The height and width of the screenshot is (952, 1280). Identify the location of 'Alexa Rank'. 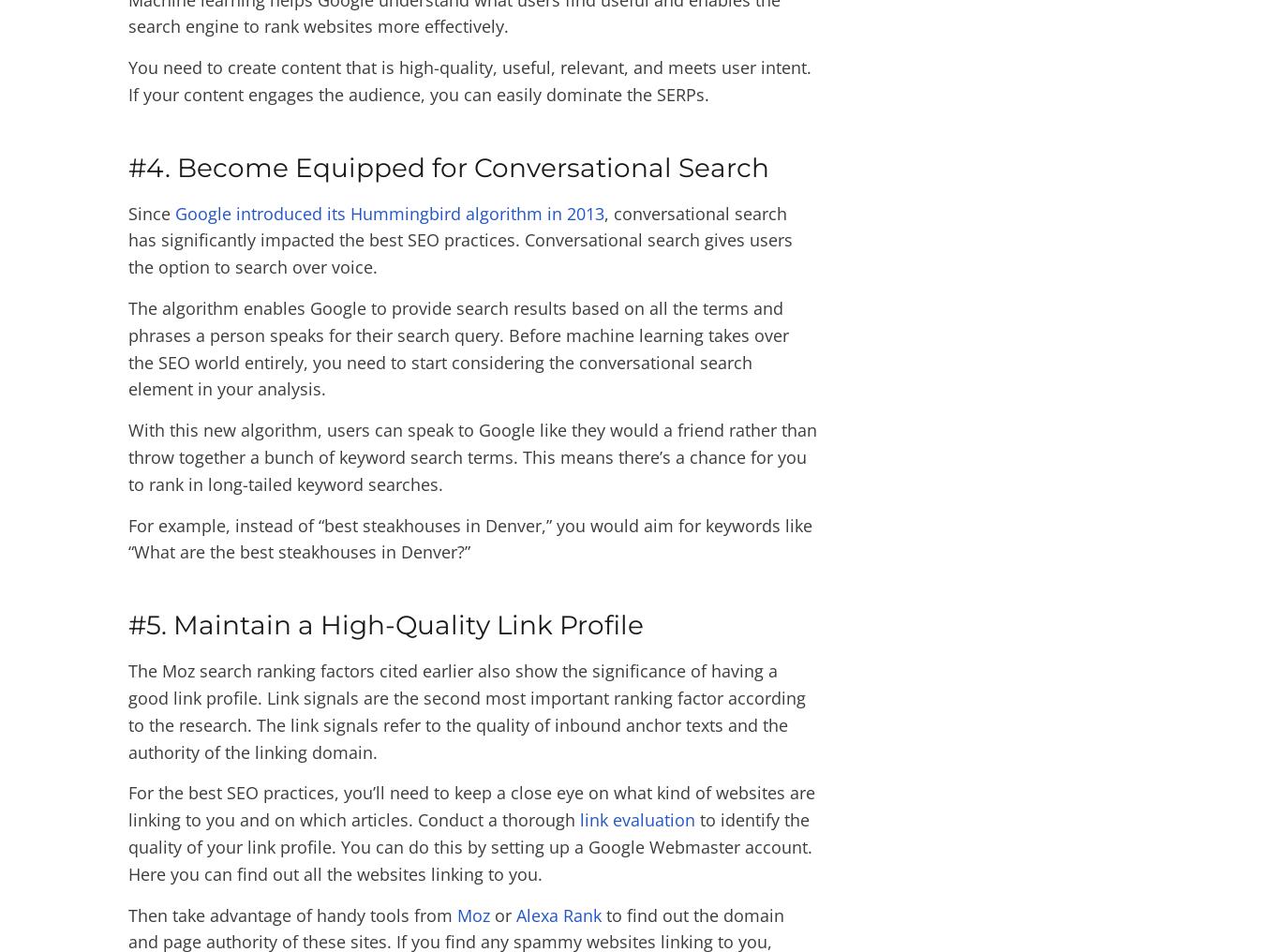
(516, 914).